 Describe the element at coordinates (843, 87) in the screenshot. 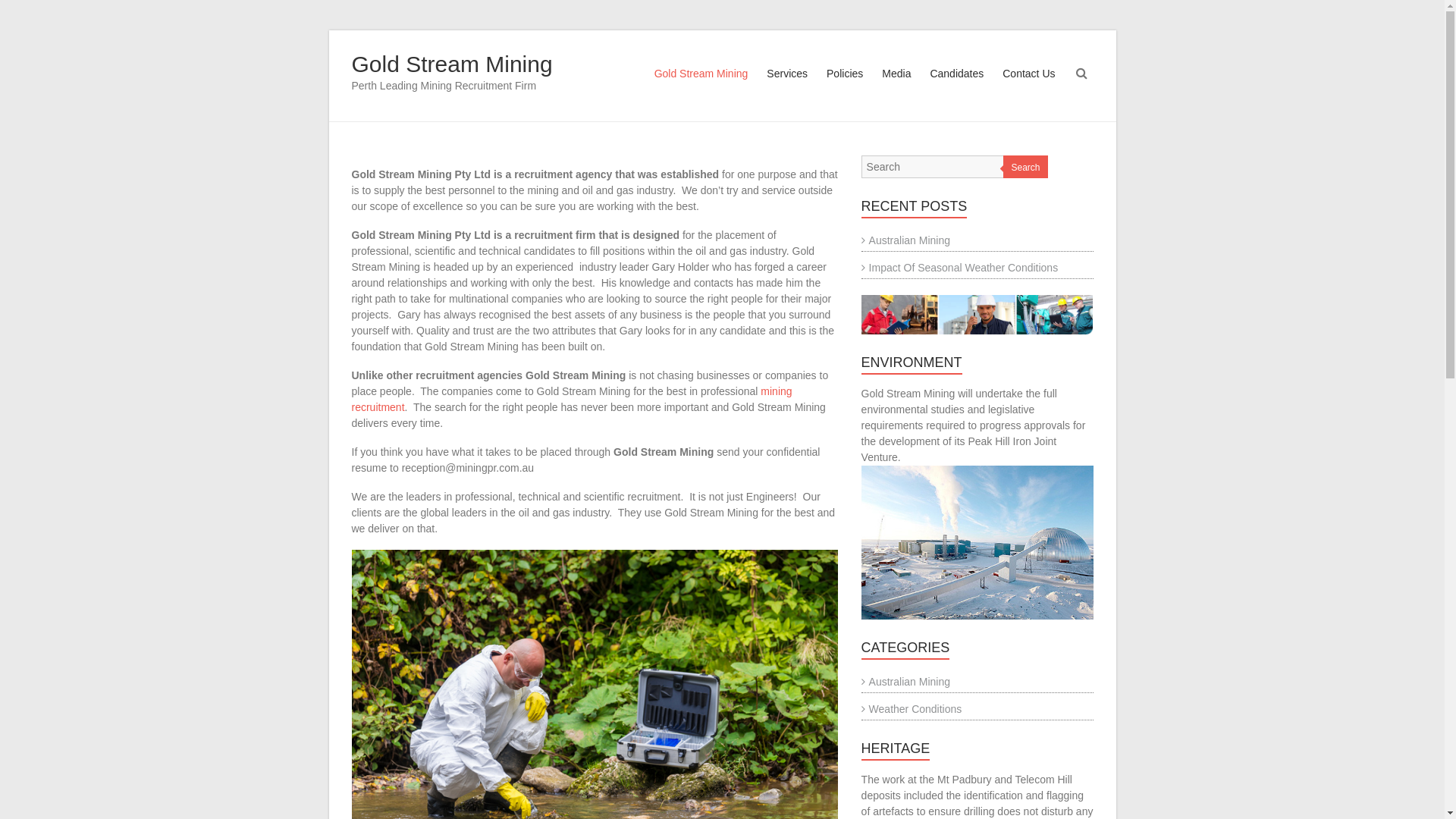

I see `'Policies'` at that location.